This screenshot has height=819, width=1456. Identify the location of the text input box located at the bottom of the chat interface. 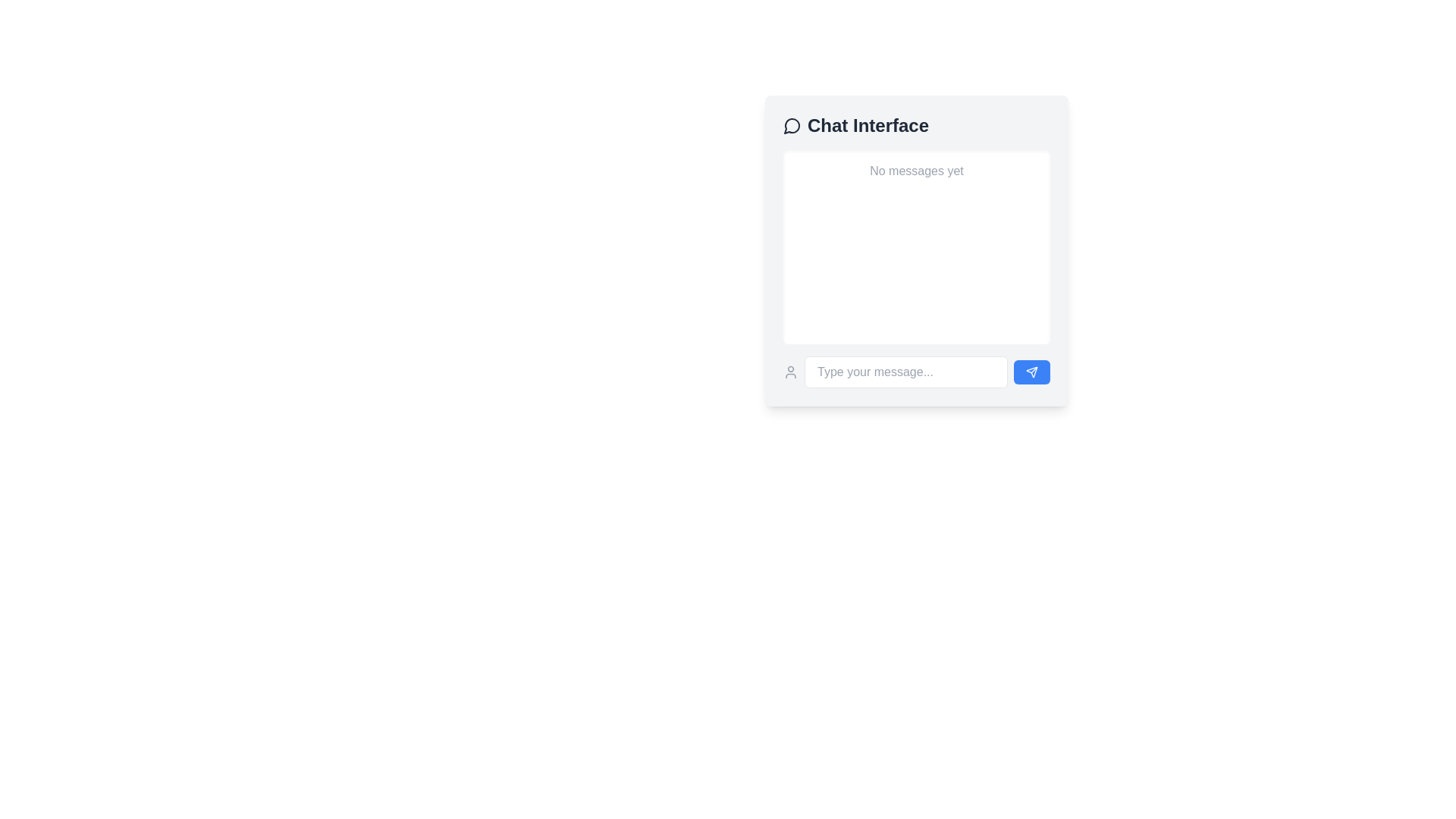
(906, 372).